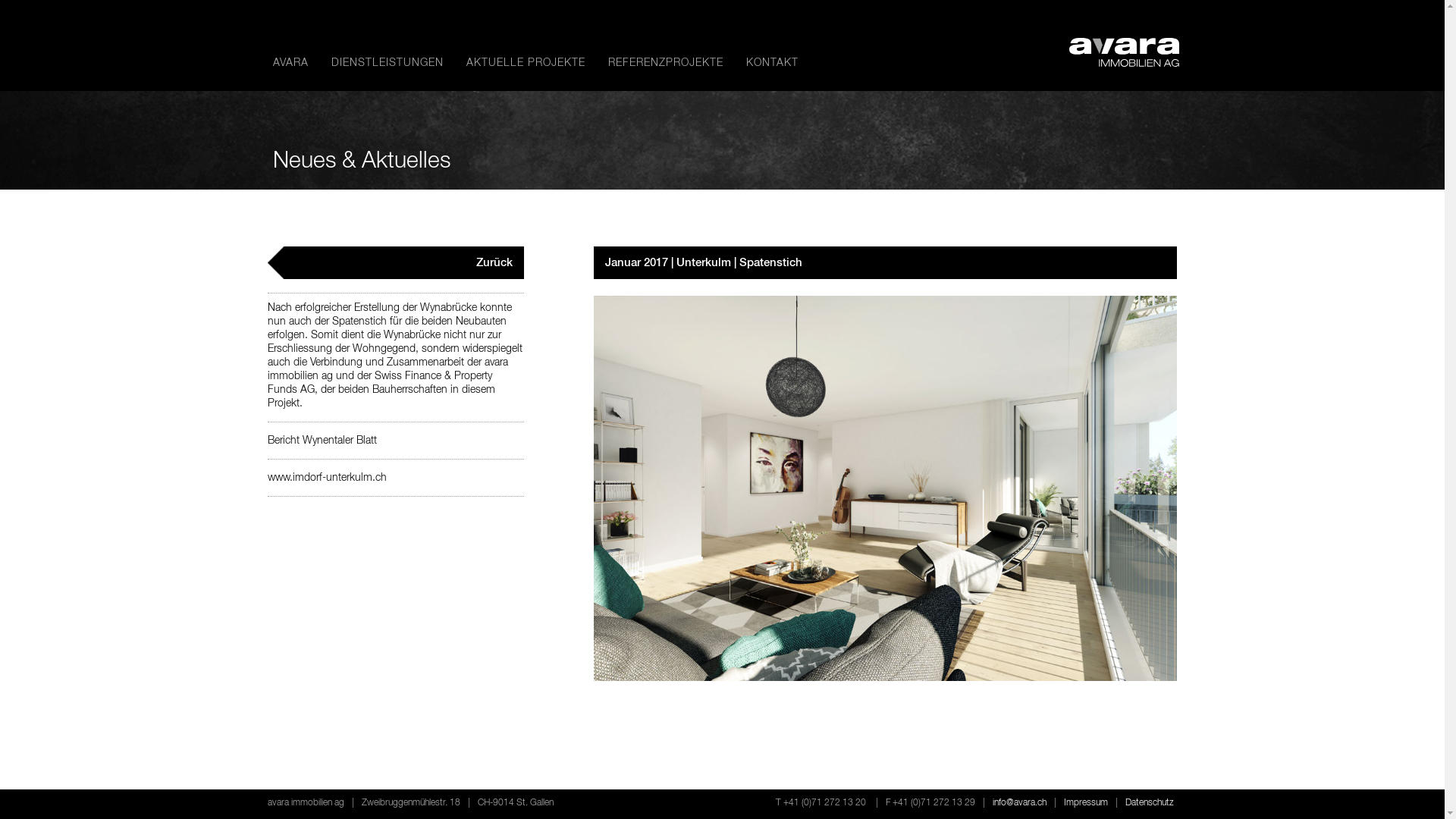  What do you see at coordinates (290, 62) in the screenshot?
I see `'AVARA'` at bounding box center [290, 62].